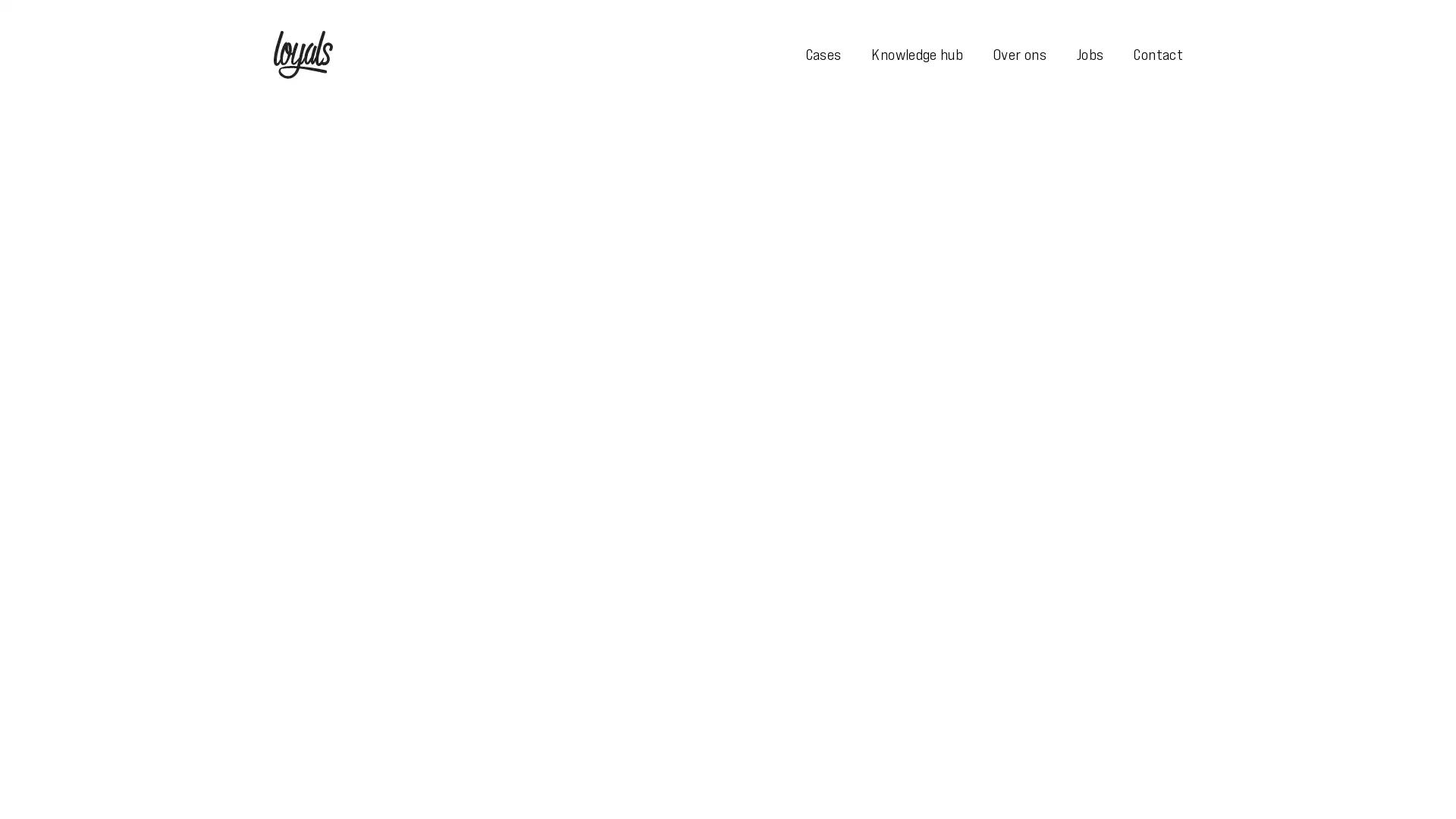 The image size is (1456, 819). What do you see at coordinates (175, 763) in the screenshot?
I see `Toestaan` at bounding box center [175, 763].